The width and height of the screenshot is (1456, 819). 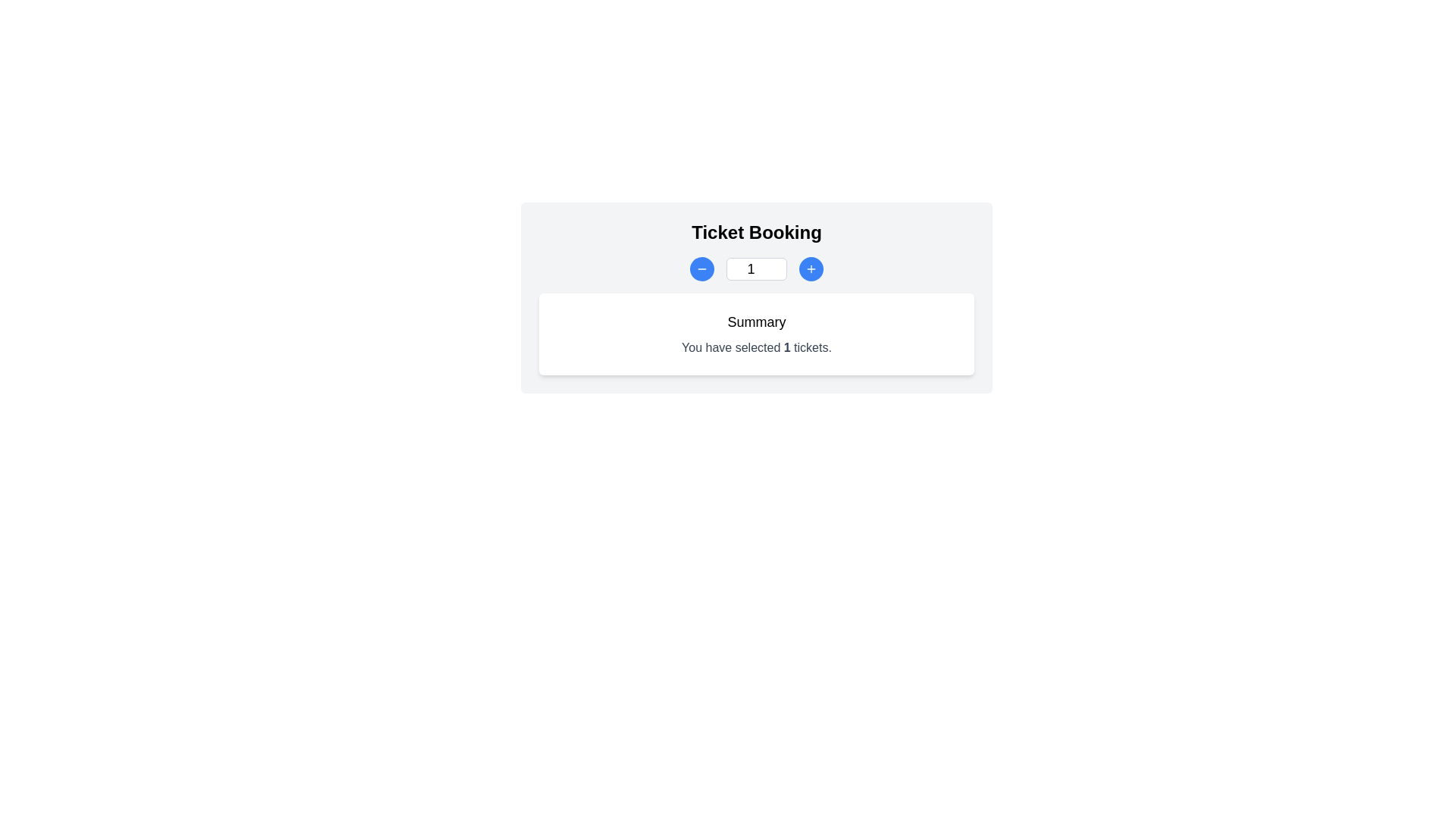 What do you see at coordinates (811, 268) in the screenshot?
I see `the circular blue button with a white plus sign to increase the value` at bounding box center [811, 268].